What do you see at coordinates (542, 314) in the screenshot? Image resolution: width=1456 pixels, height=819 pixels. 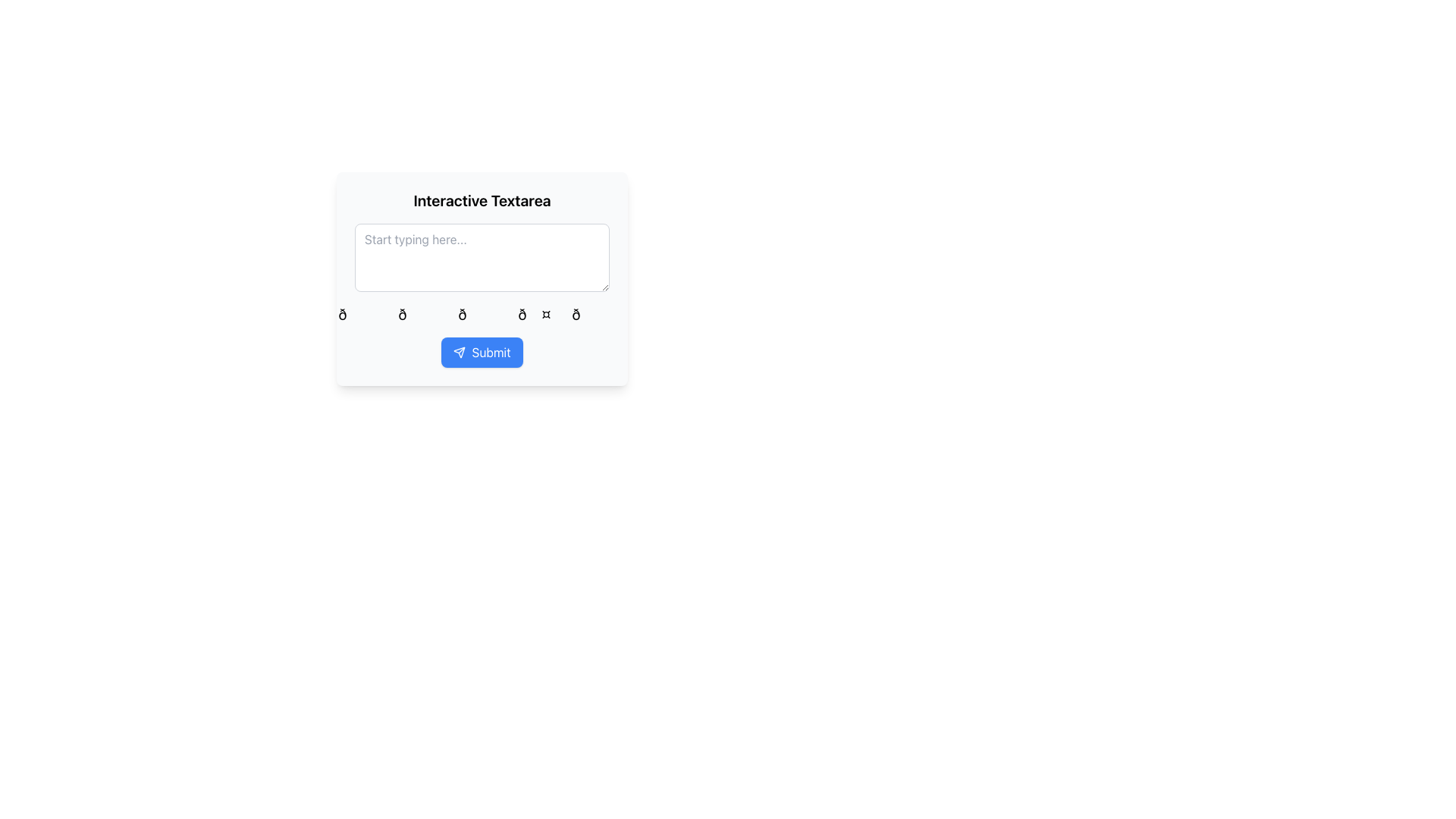 I see `the heart emoji, which is the fourth item in a horizontal list of five emojis` at bounding box center [542, 314].